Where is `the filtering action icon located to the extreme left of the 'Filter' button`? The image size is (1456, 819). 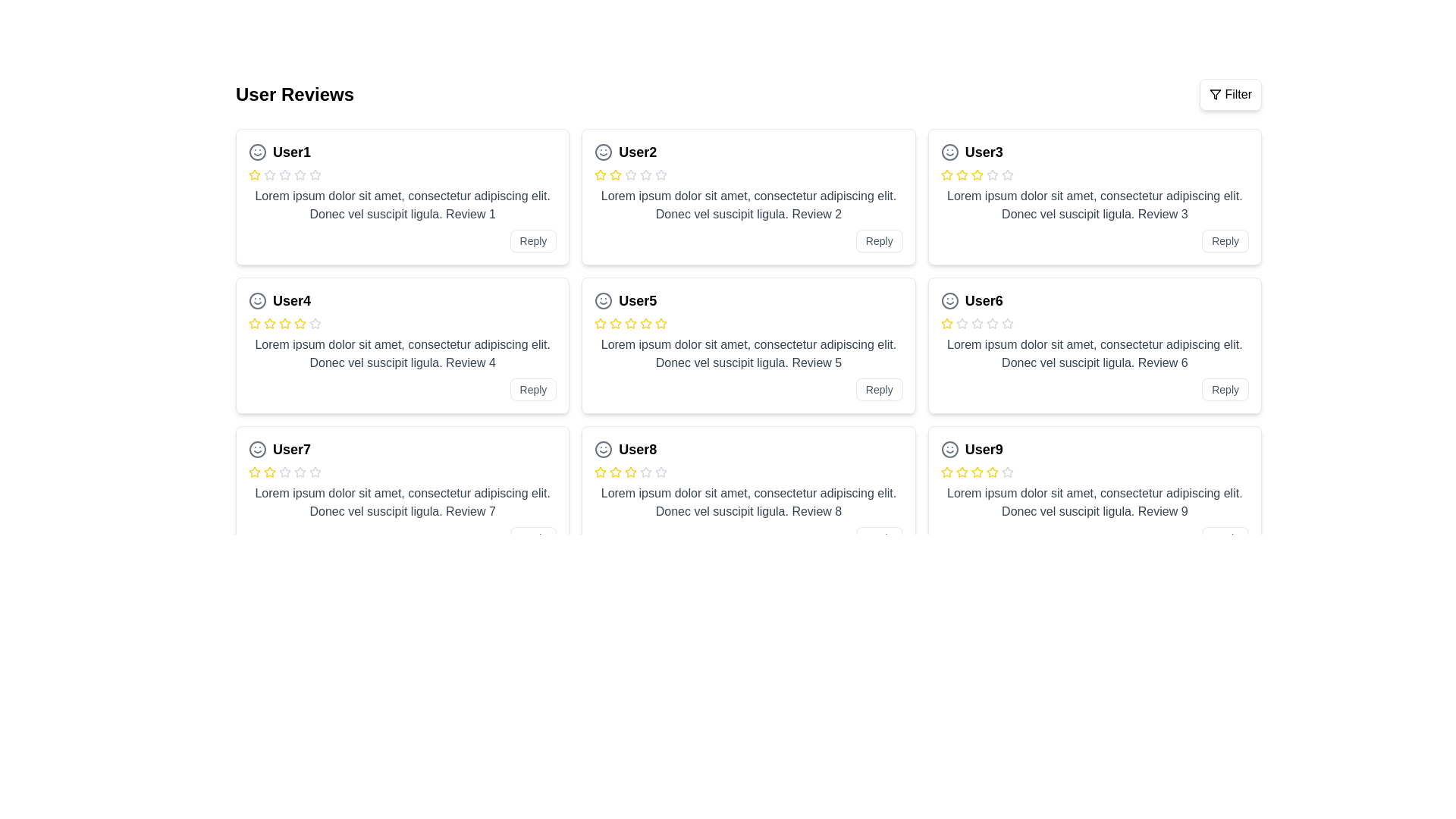 the filtering action icon located to the extreme left of the 'Filter' button is located at coordinates (1216, 94).